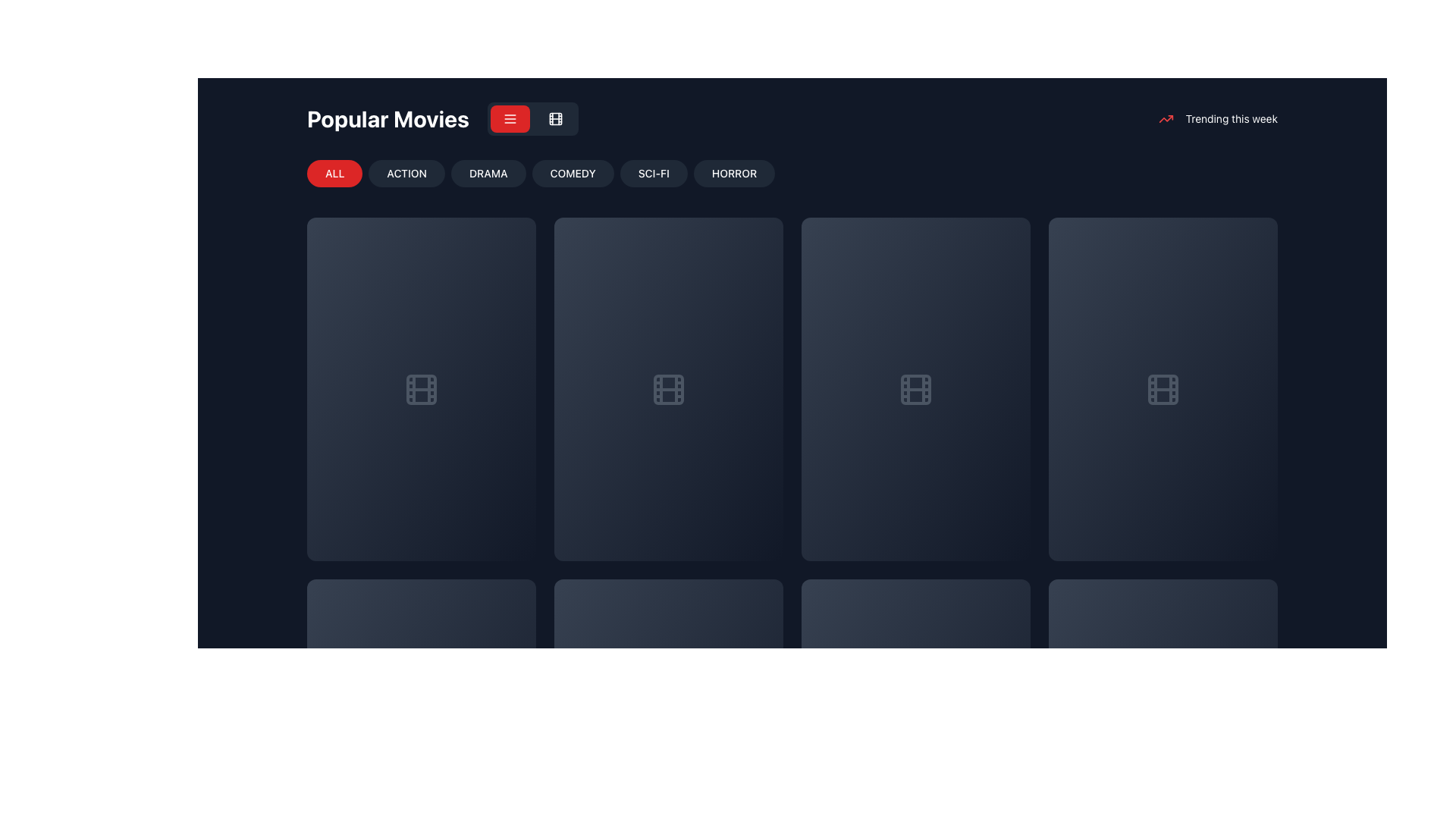  I want to click on the first movie card in the grid layout, so click(422, 388).